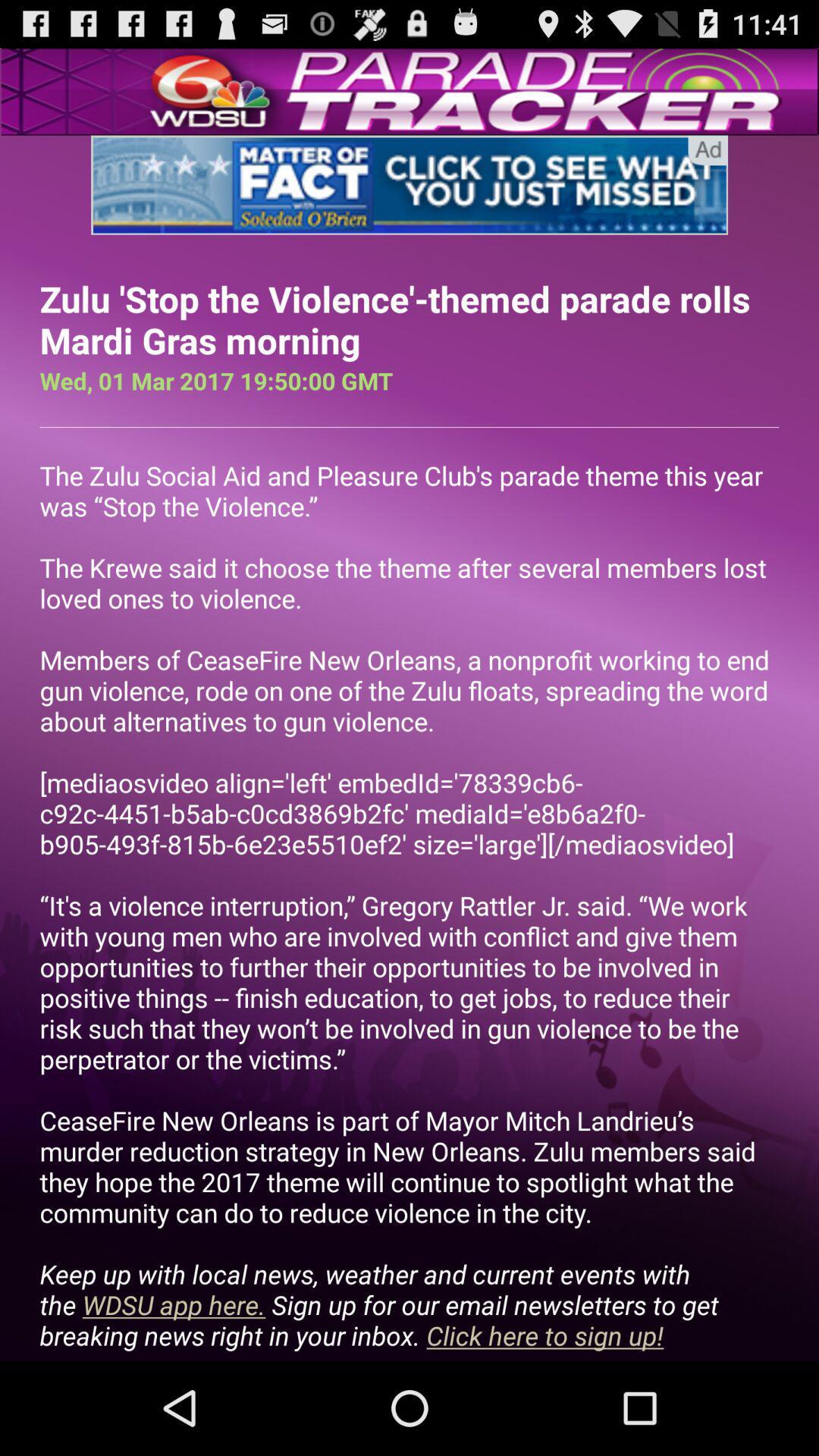 This screenshot has height=1456, width=819. I want to click on for adveisment, so click(409, 184).